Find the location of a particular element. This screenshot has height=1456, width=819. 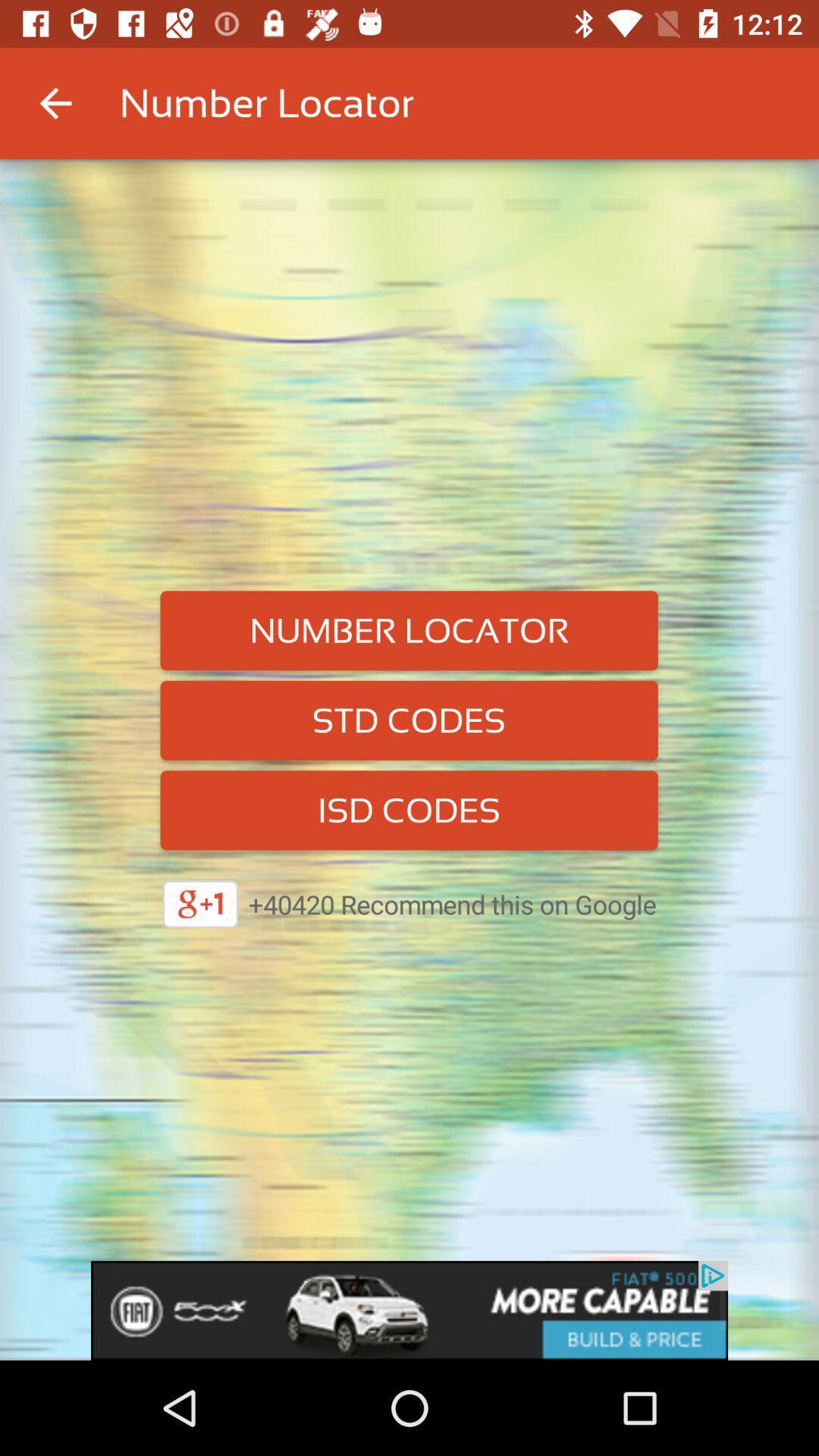

open car advertisement is located at coordinates (409, 1310).